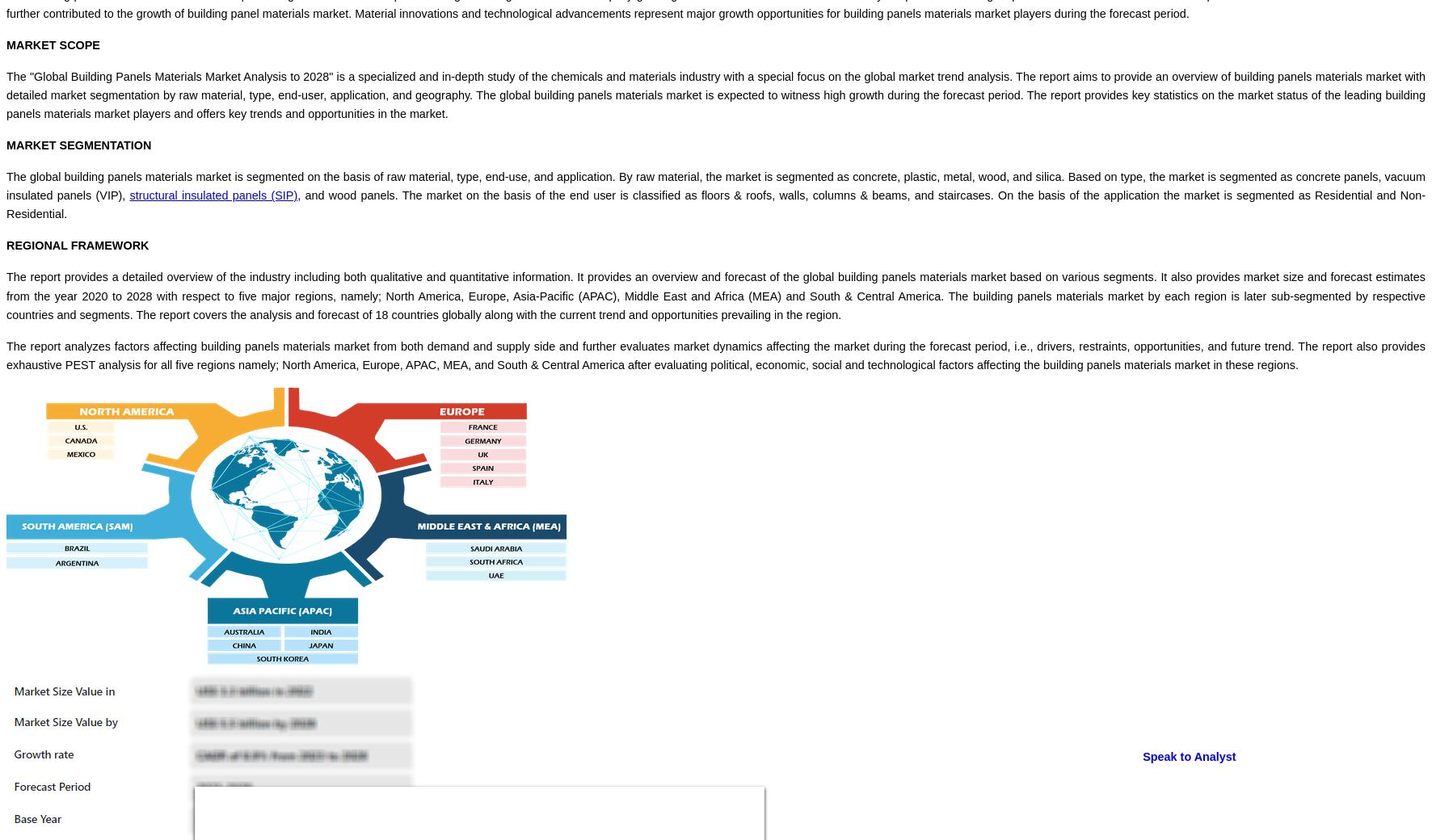 This screenshot has height=840, width=1432. What do you see at coordinates (49, 599) in the screenshot?
I see `'Blog'` at bounding box center [49, 599].